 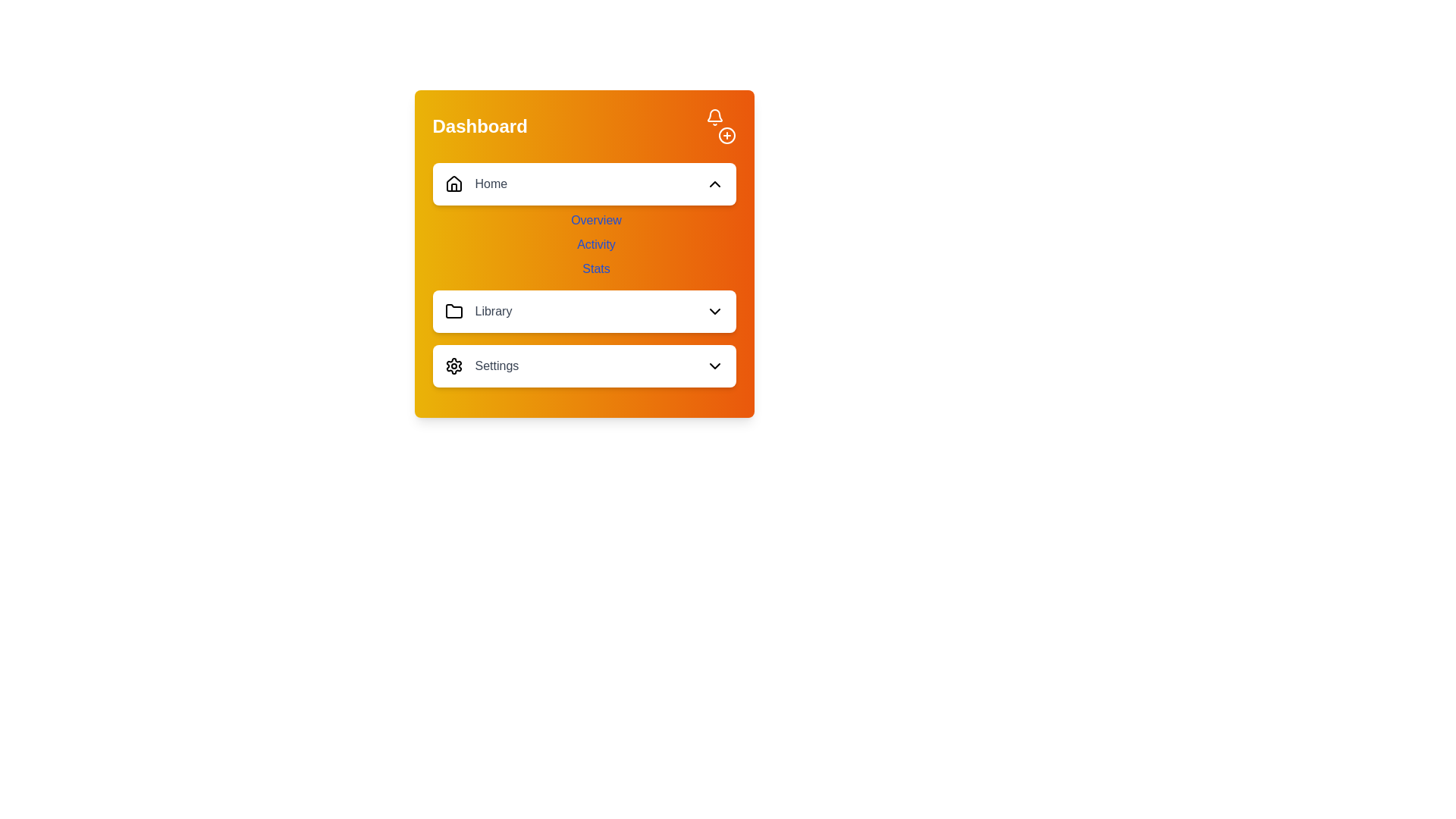 I want to click on the Icon button on the rightmost side of the 'Home' section, so click(x=714, y=184).